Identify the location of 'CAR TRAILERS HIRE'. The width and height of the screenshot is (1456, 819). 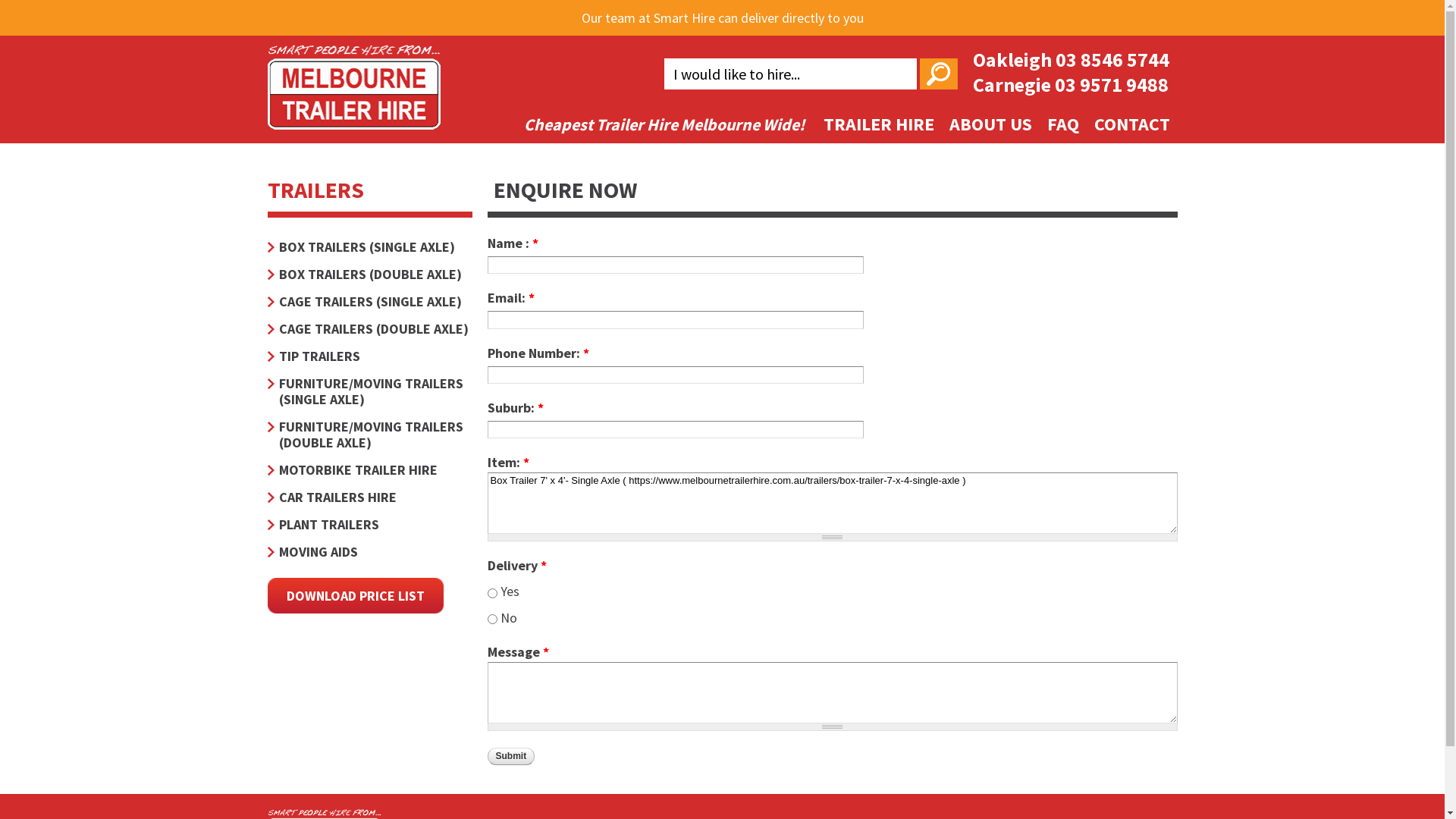
(369, 497).